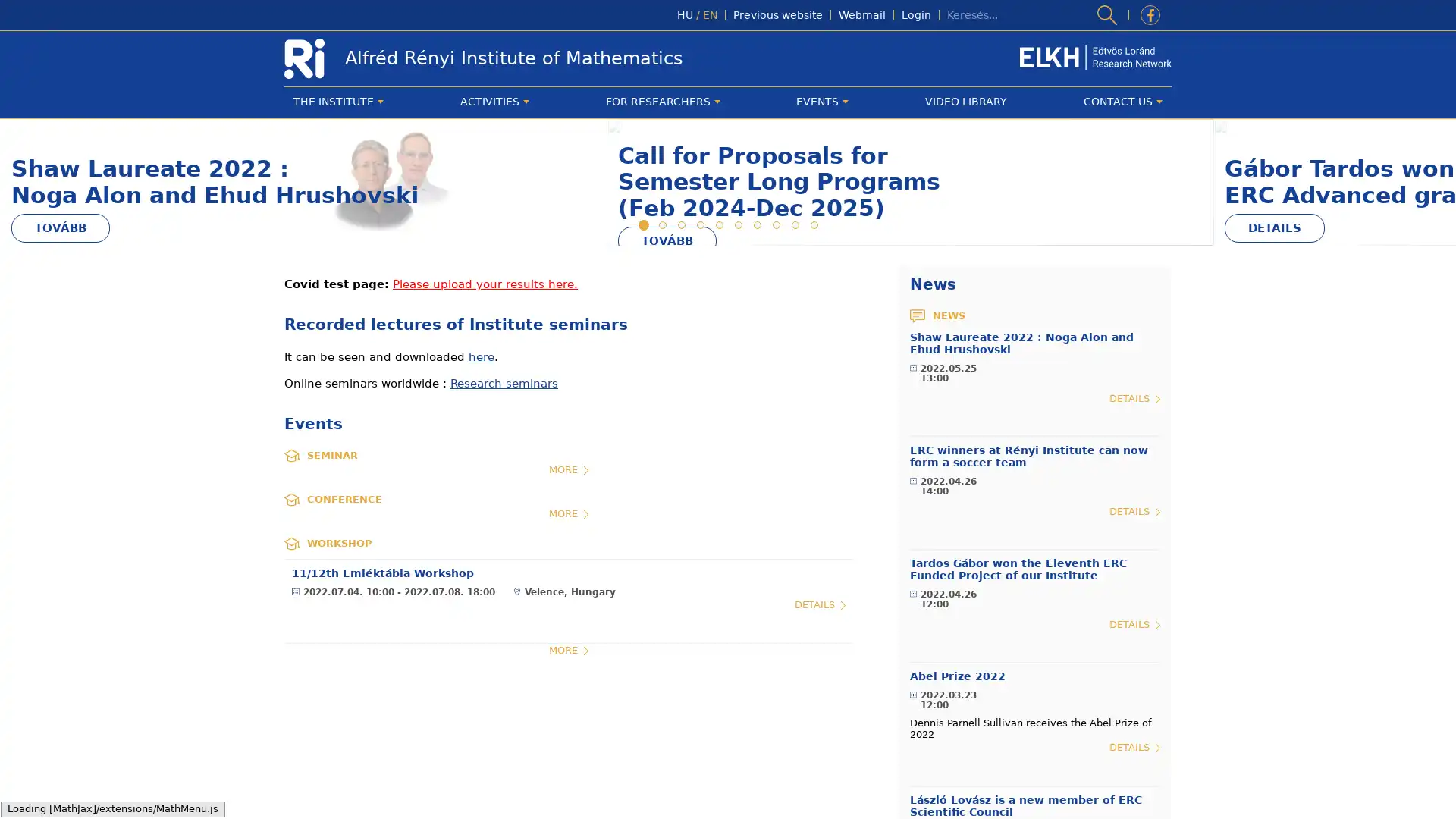 Image resolution: width=1456 pixels, height=819 pixels. What do you see at coordinates (642, 400) in the screenshot?
I see `1` at bounding box center [642, 400].